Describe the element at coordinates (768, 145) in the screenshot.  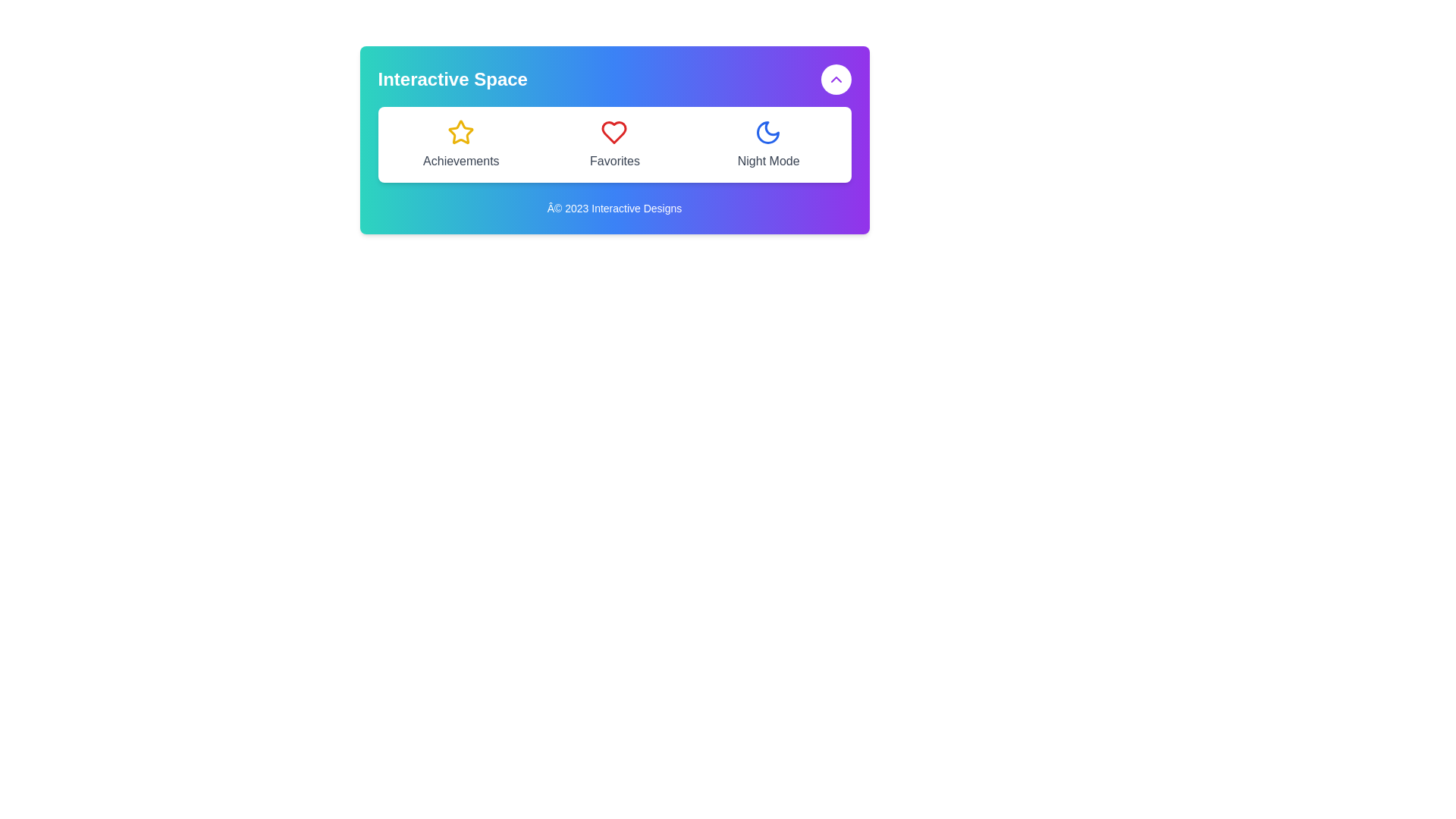
I see `the 'Night Mode' button, which is the third button in a horizontal row of three` at that location.